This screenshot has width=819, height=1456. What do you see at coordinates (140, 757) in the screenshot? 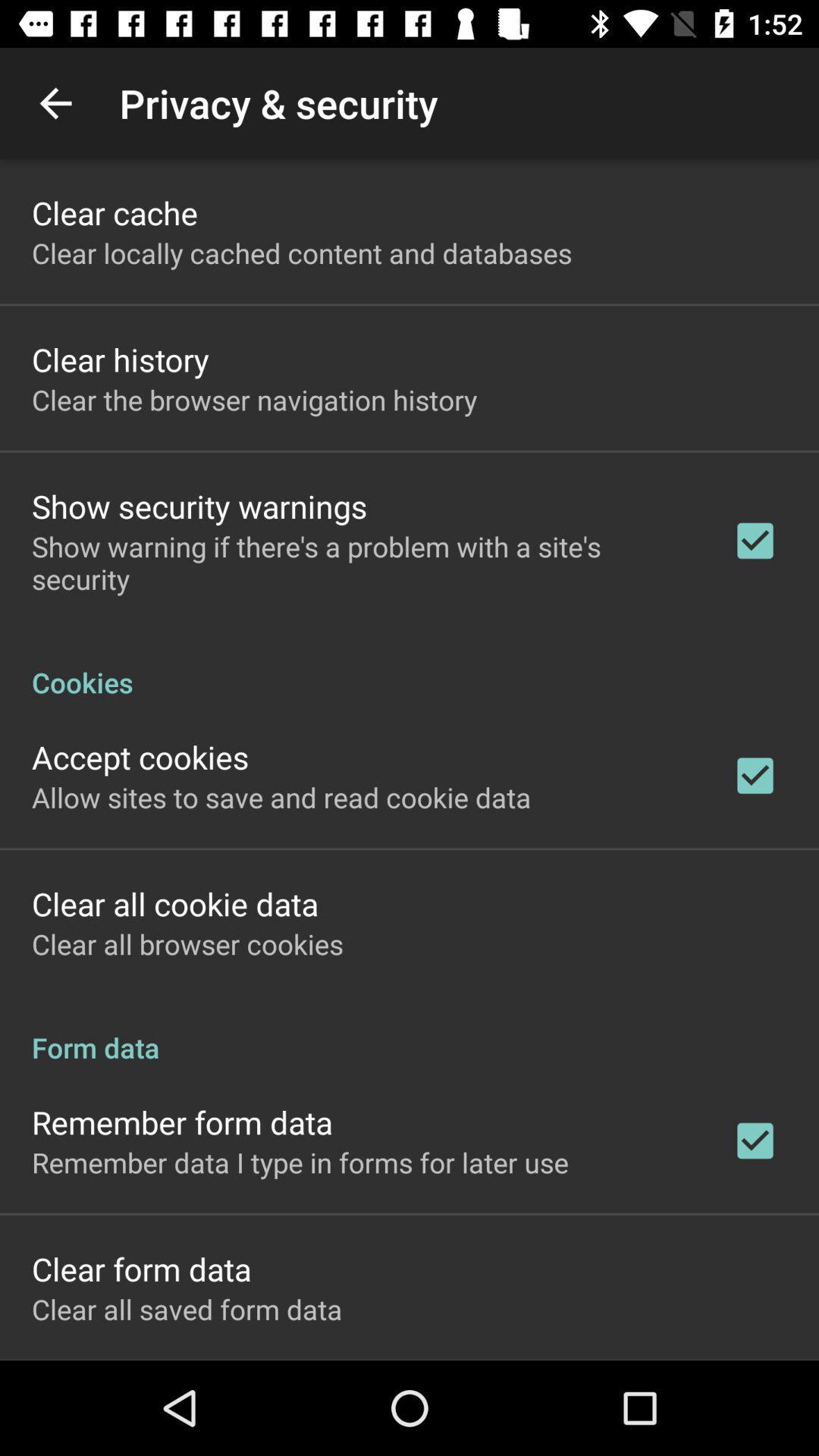
I see `the app below cookies app` at bounding box center [140, 757].